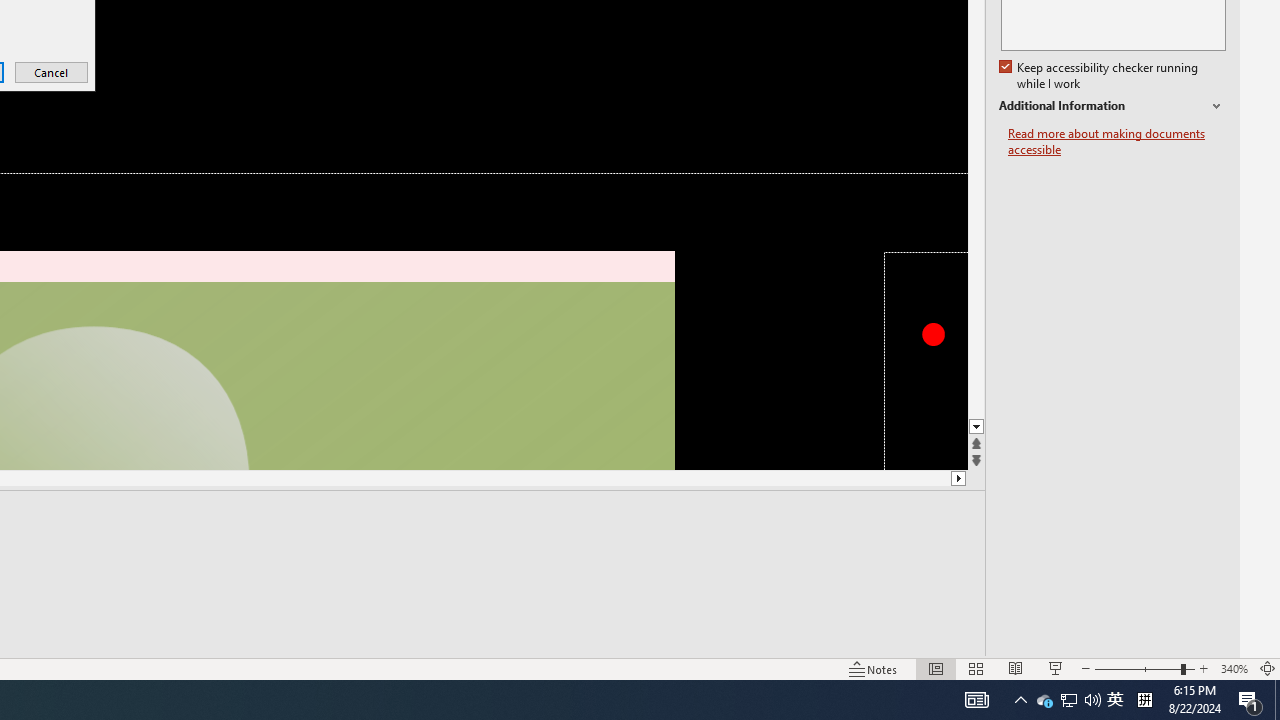 The image size is (1280, 720). Describe the element at coordinates (1276, 698) in the screenshot. I see `'Show desktop'` at that location.